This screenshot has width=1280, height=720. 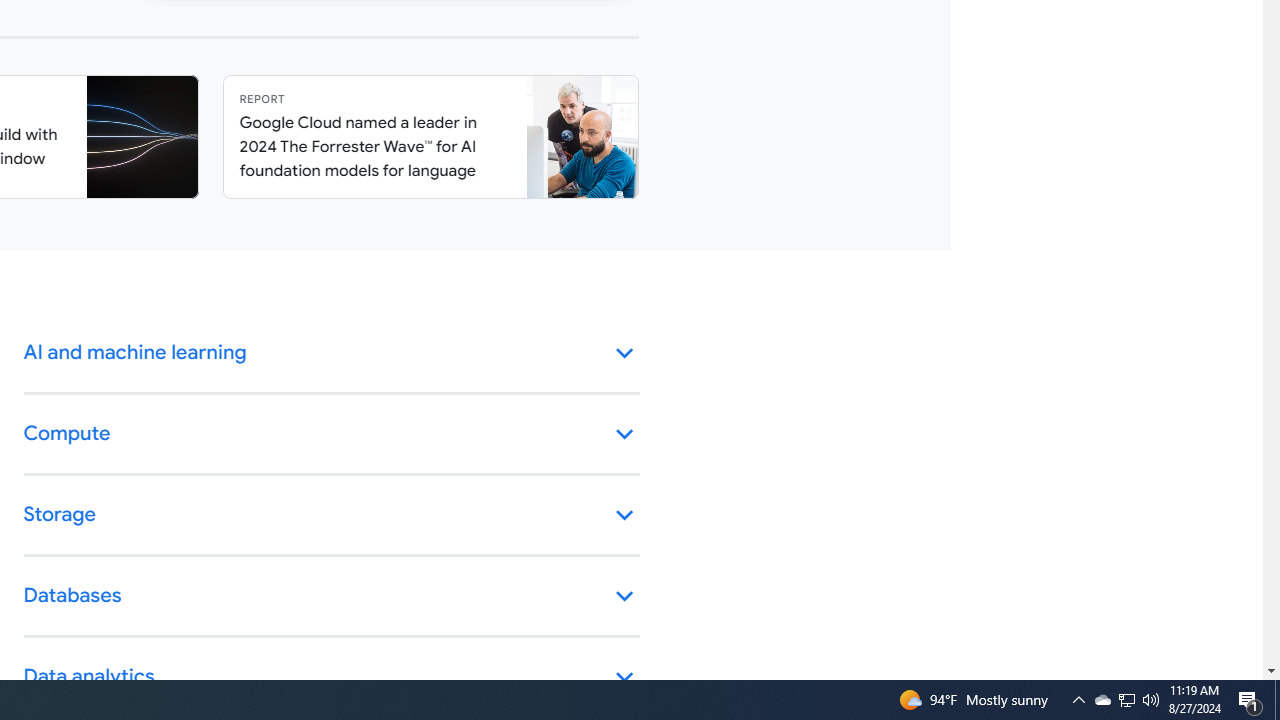 I want to click on 'Compute keyboard_arrow_down', so click(x=331, y=433).